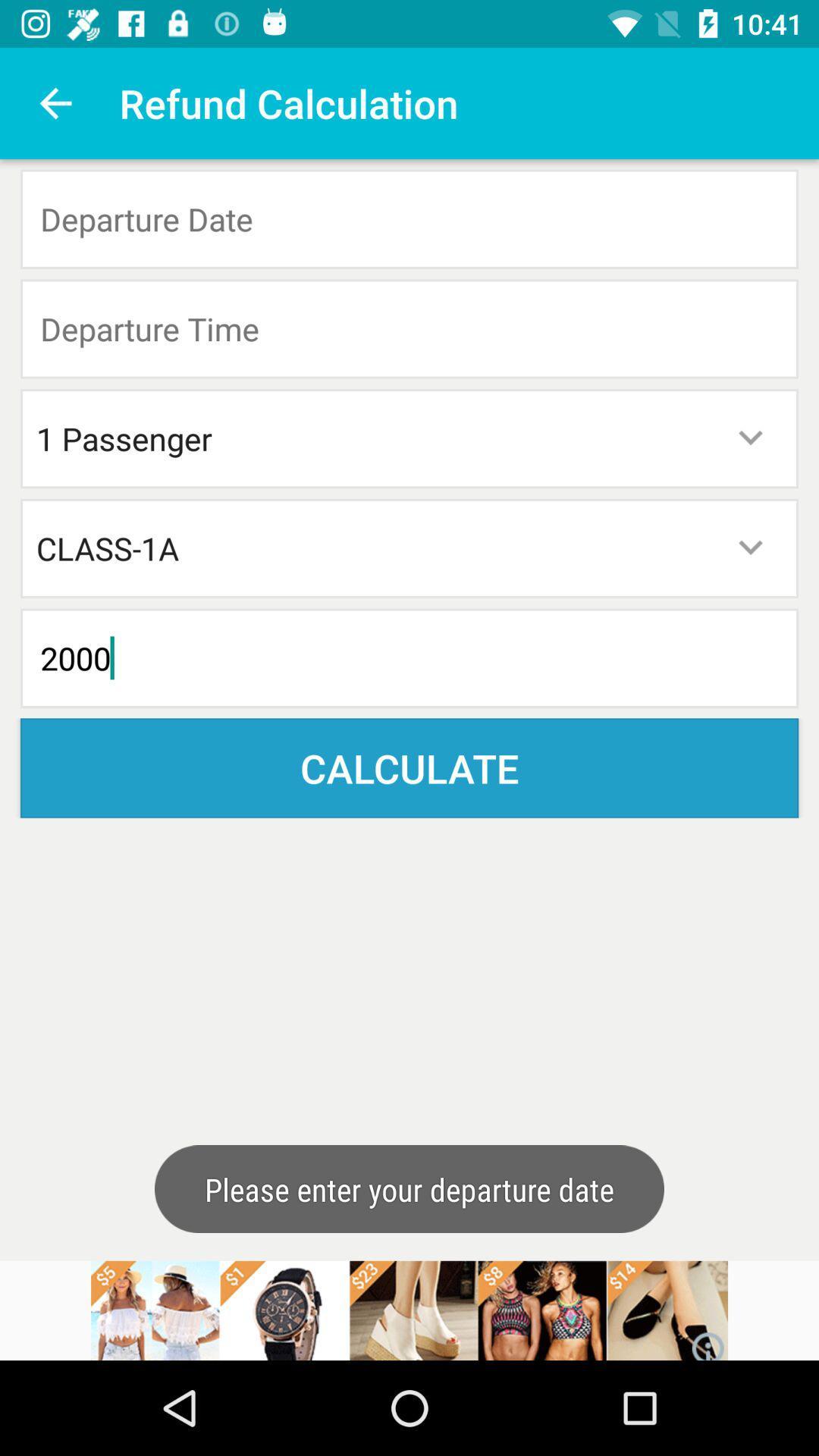 This screenshot has width=819, height=1456. Describe the element at coordinates (409, 1310) in the screenshot. I see `advertisement banner` at that location.